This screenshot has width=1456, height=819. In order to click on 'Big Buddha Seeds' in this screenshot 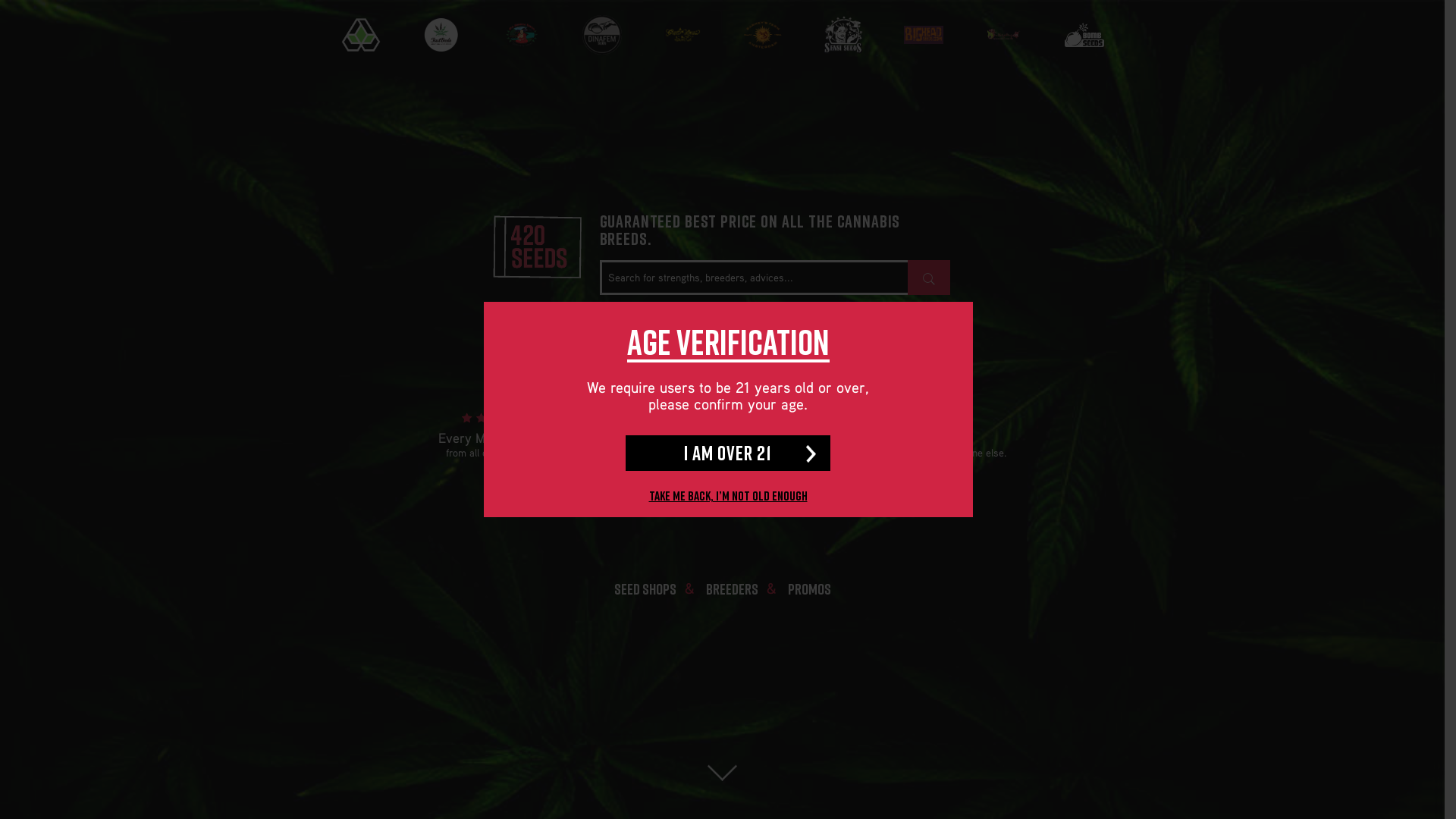, I will do `click(481, 34)`.